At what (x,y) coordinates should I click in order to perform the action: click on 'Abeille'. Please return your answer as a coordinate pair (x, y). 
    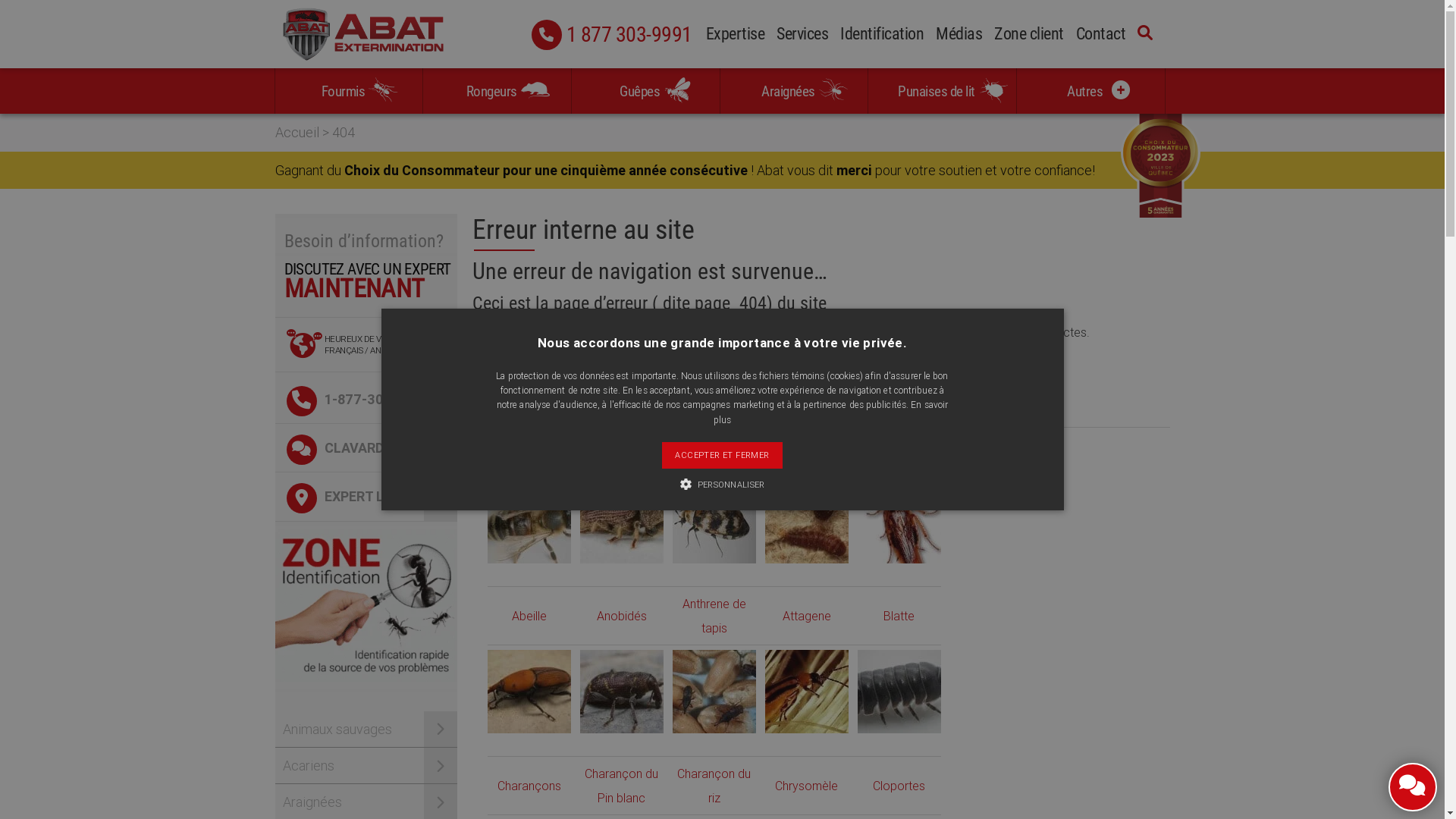
    Looking at the image, I should click on (528, 616).